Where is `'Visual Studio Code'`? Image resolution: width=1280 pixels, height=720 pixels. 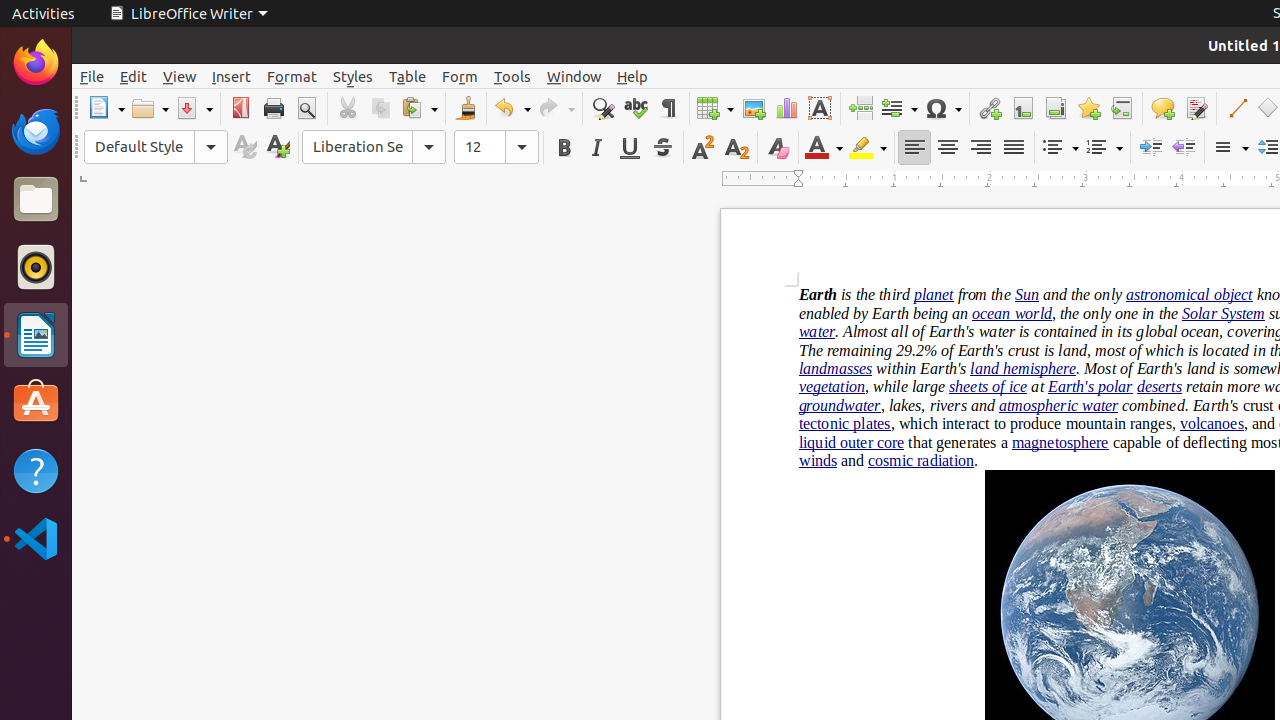 'Visual Studio Code' is located at coordinates (35, 537).